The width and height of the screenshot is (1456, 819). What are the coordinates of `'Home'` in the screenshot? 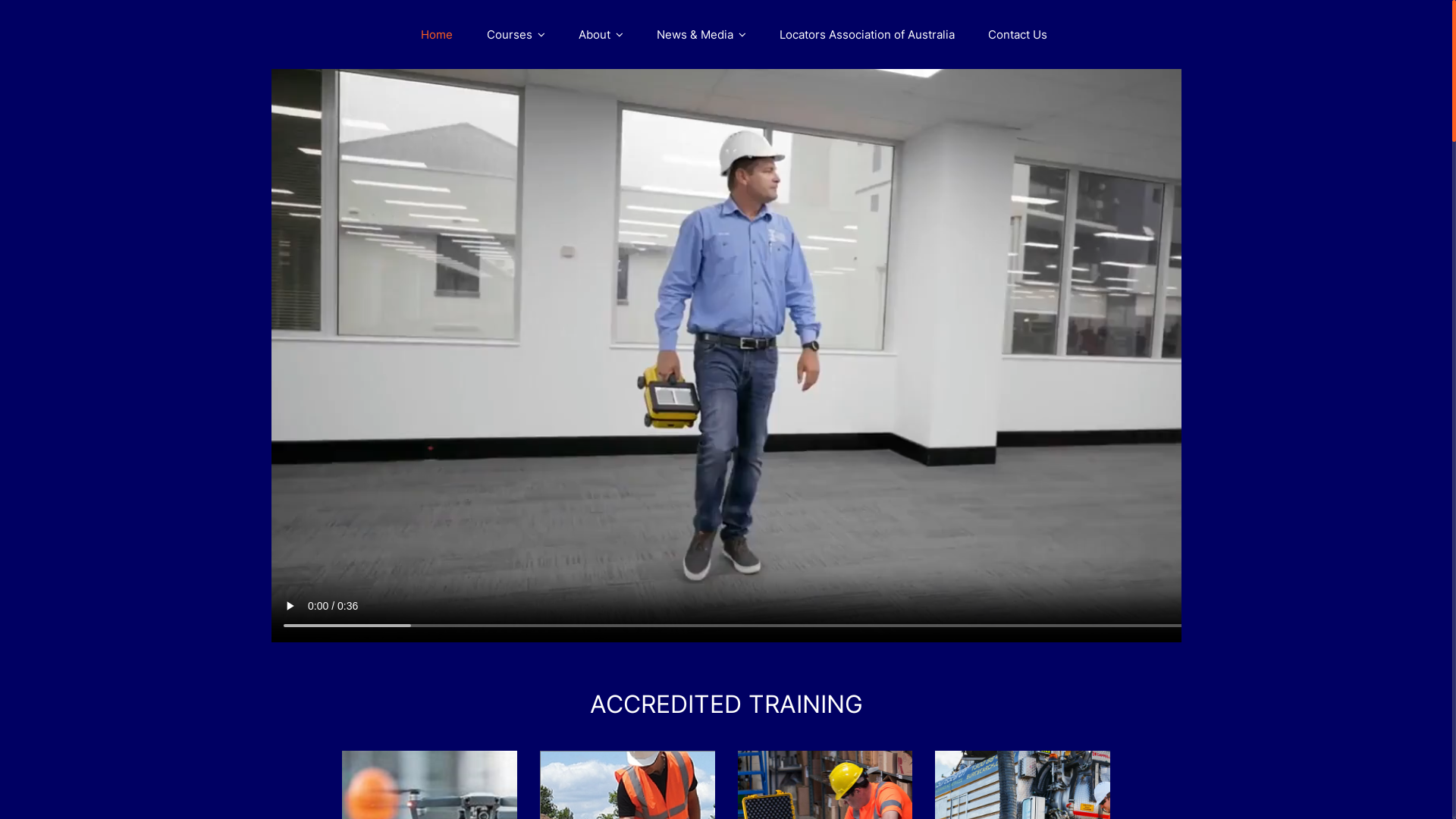 It's located at (435, 34).